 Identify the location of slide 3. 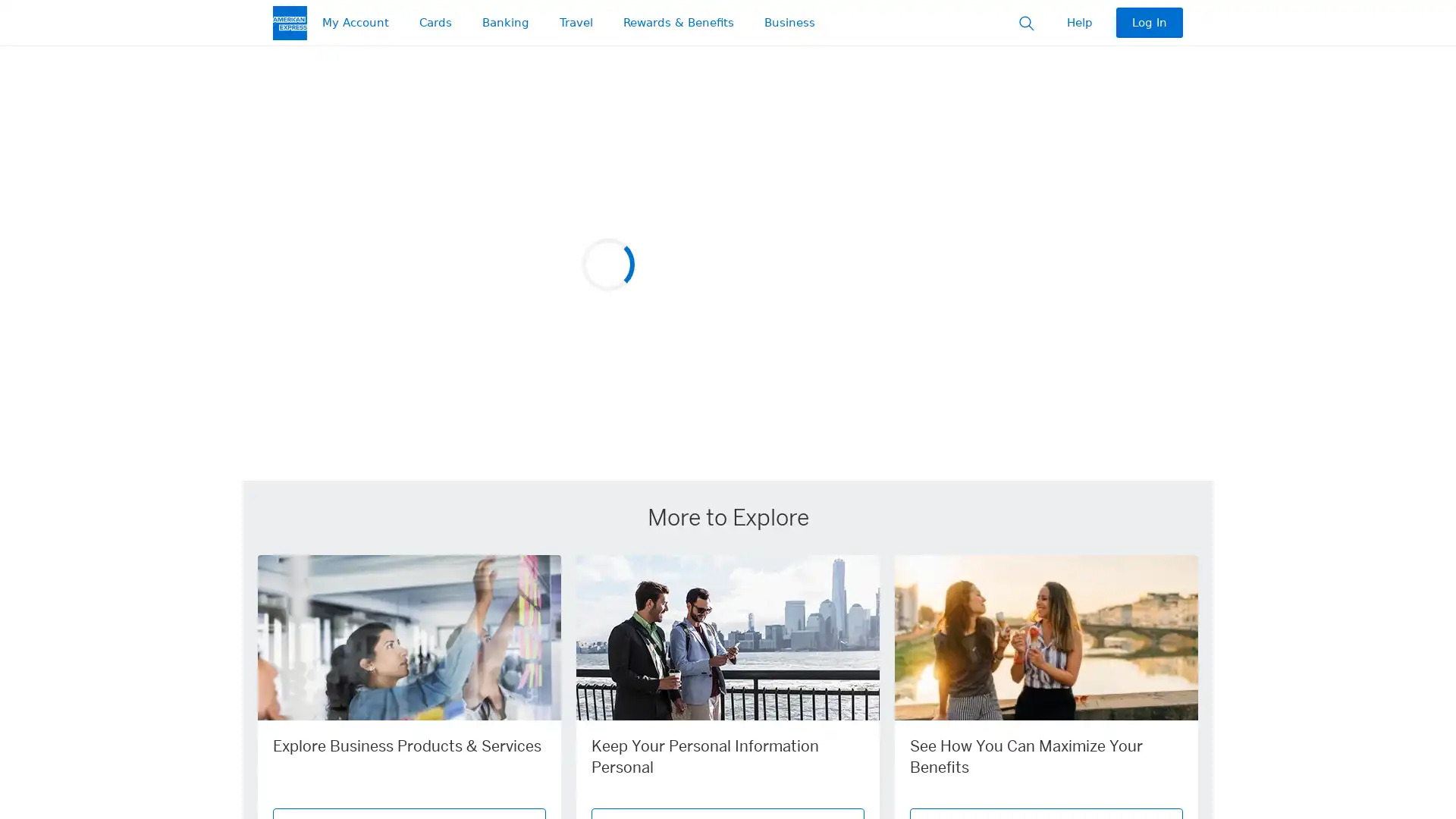
(704, 657).